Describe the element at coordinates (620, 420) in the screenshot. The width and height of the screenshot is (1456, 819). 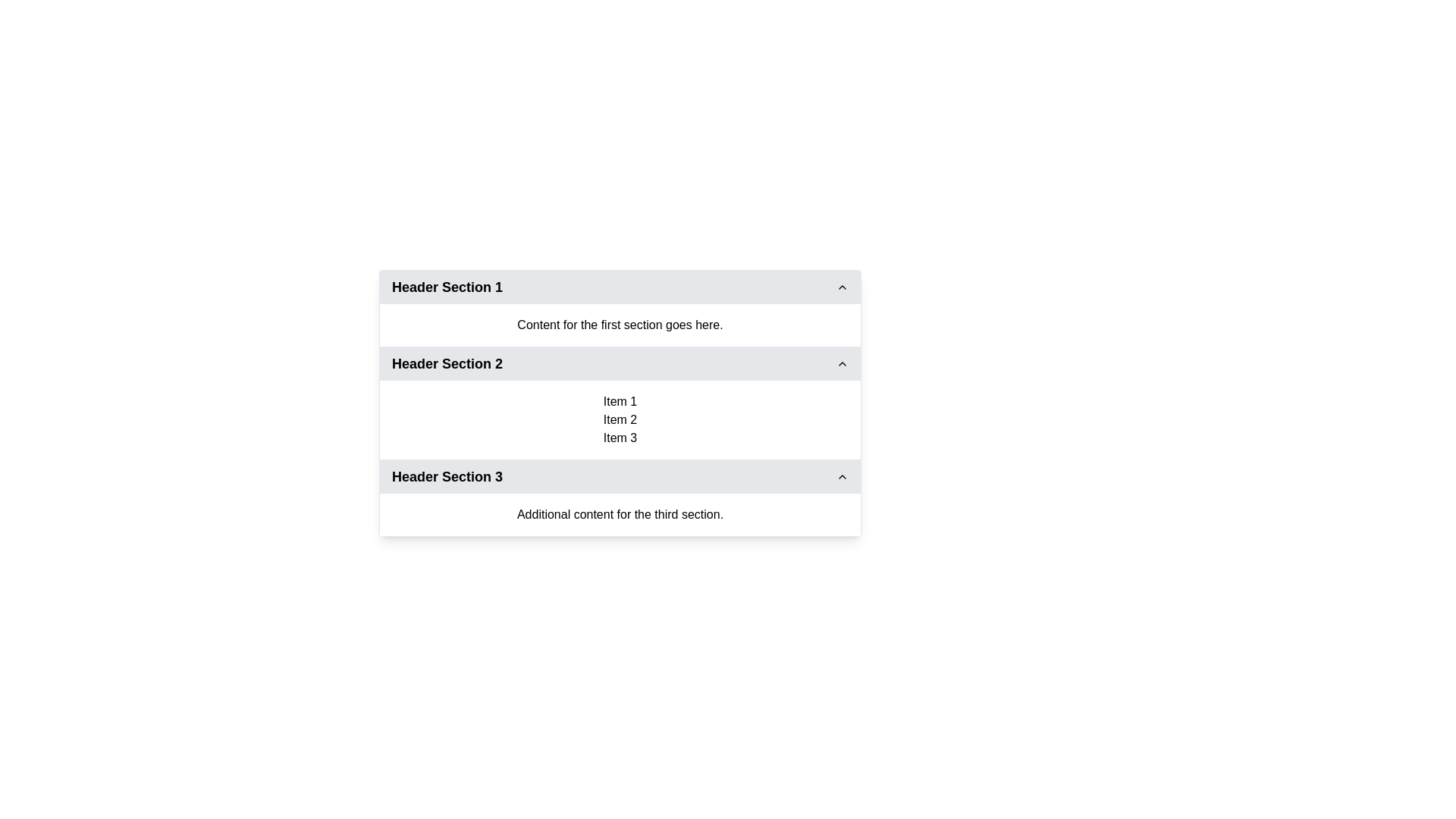
I see `the text label displaying 'Item 2', which is the second item in a vertical list under 'Header Section 2'` at that location.